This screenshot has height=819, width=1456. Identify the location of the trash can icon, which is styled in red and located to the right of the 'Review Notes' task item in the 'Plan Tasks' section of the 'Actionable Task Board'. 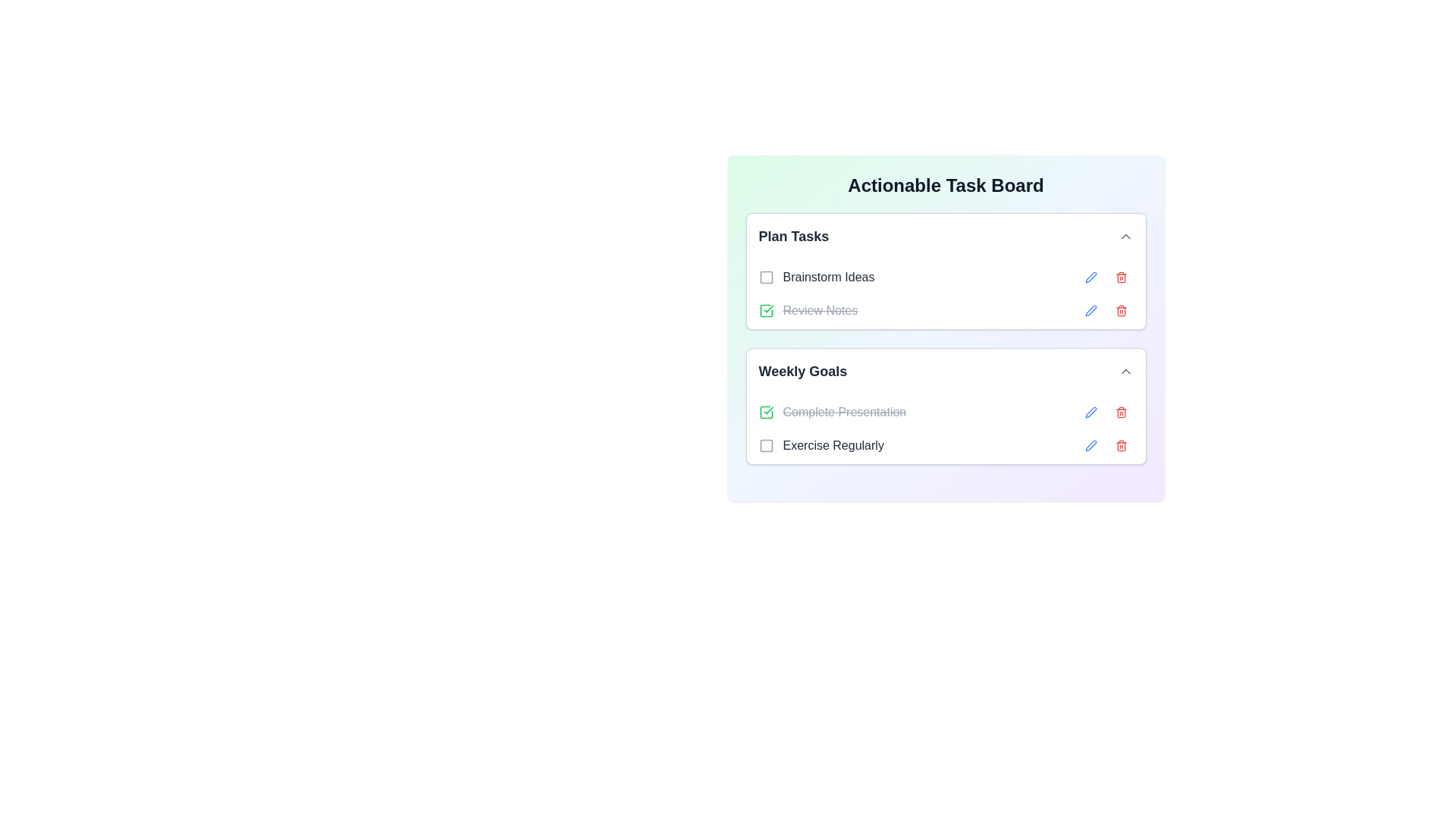
(1121, 278).